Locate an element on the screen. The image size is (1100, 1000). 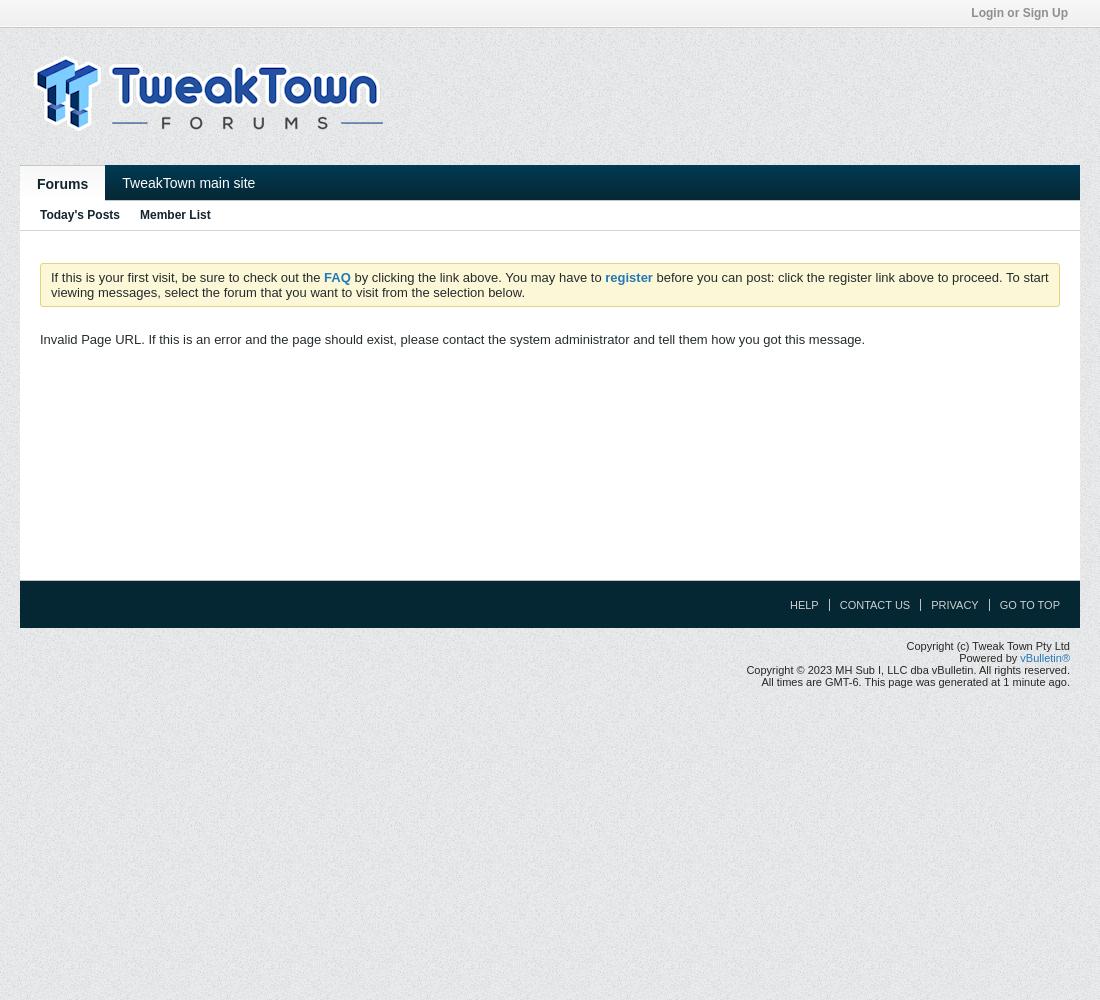
'Help' is located at coordinates (803, 604).